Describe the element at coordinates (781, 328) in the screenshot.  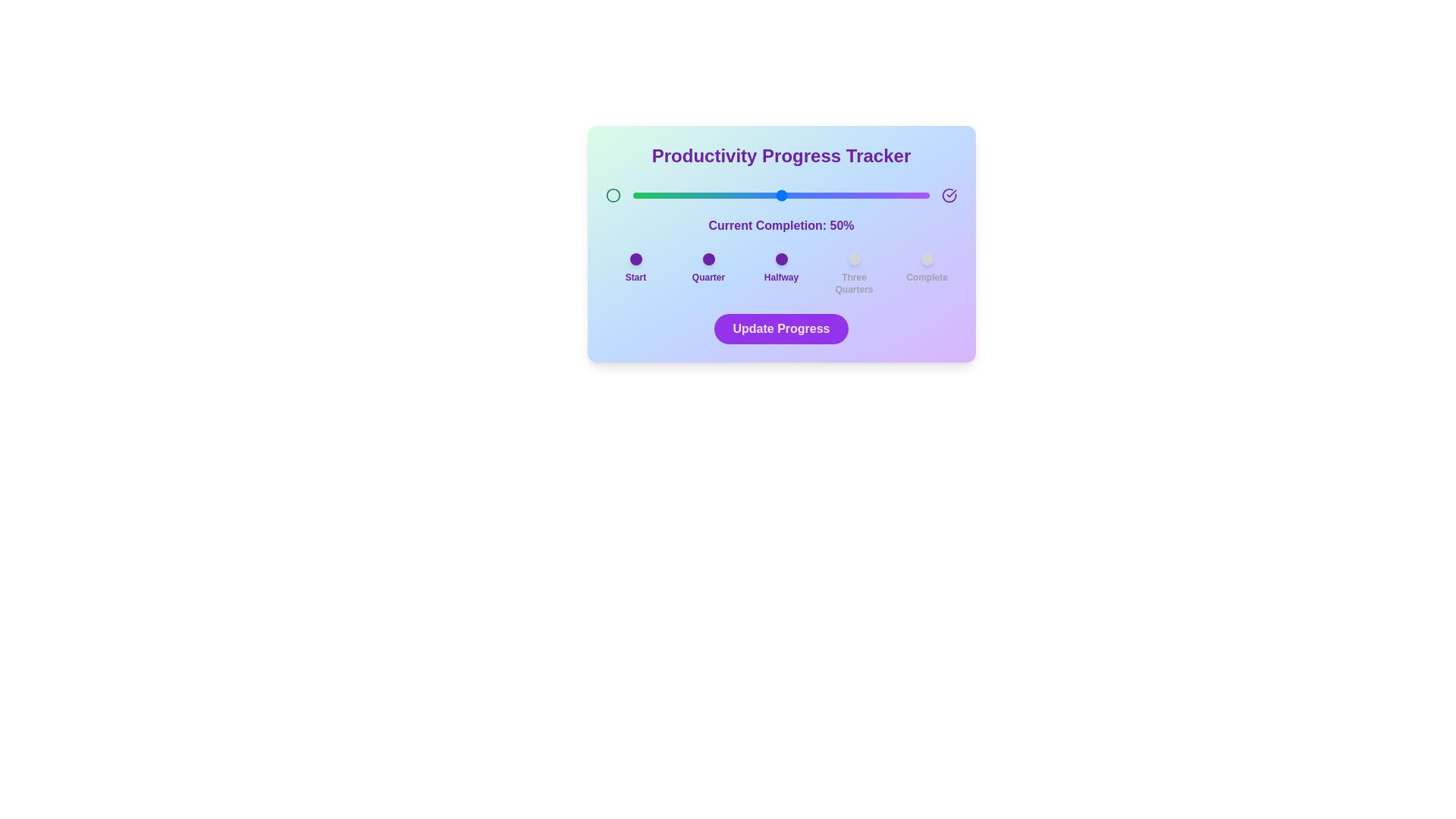
I see `'Update Progress' button to confirm the progress` at that location.